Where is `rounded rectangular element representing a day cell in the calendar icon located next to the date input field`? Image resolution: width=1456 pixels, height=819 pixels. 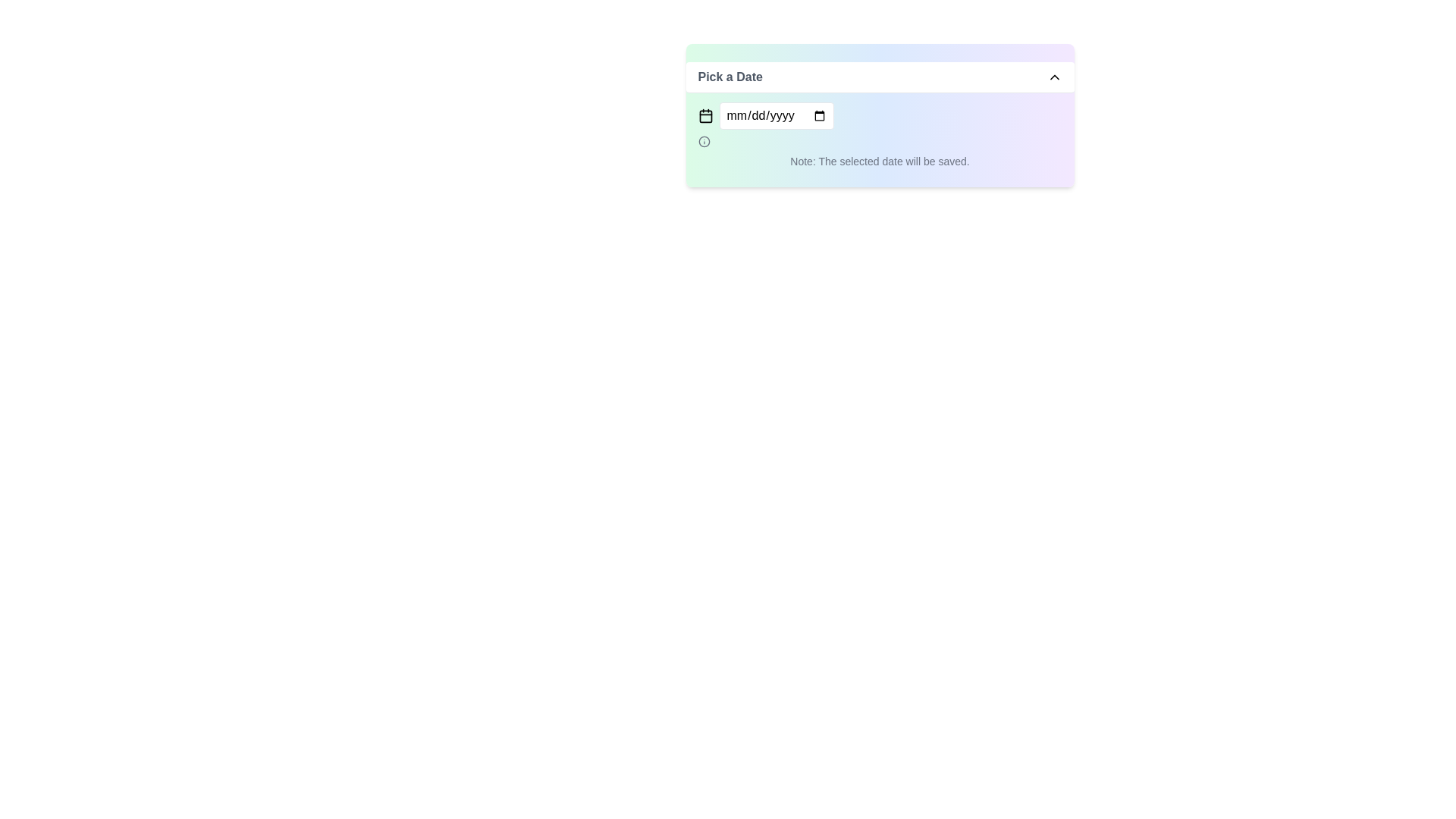
rounded rectangular element representing a day cell in the calendar icon located next to the date input field is located at coordinates (704, 115).